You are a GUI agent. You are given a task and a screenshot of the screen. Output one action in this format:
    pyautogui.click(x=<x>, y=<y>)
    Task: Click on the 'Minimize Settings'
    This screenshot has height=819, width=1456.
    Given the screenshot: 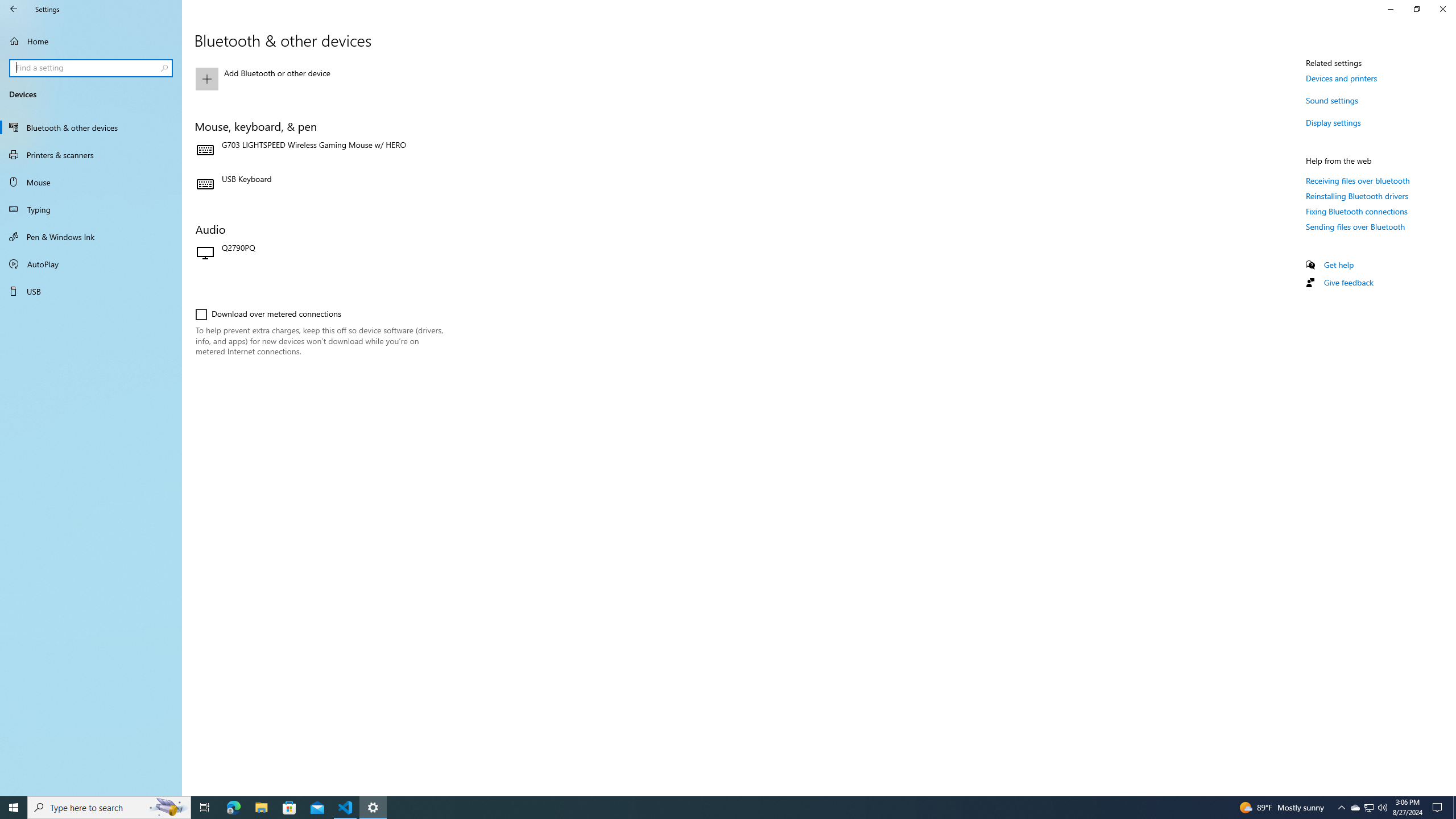 What is the action you would take?
    pyautogui.click(x=1389, y=9)
    